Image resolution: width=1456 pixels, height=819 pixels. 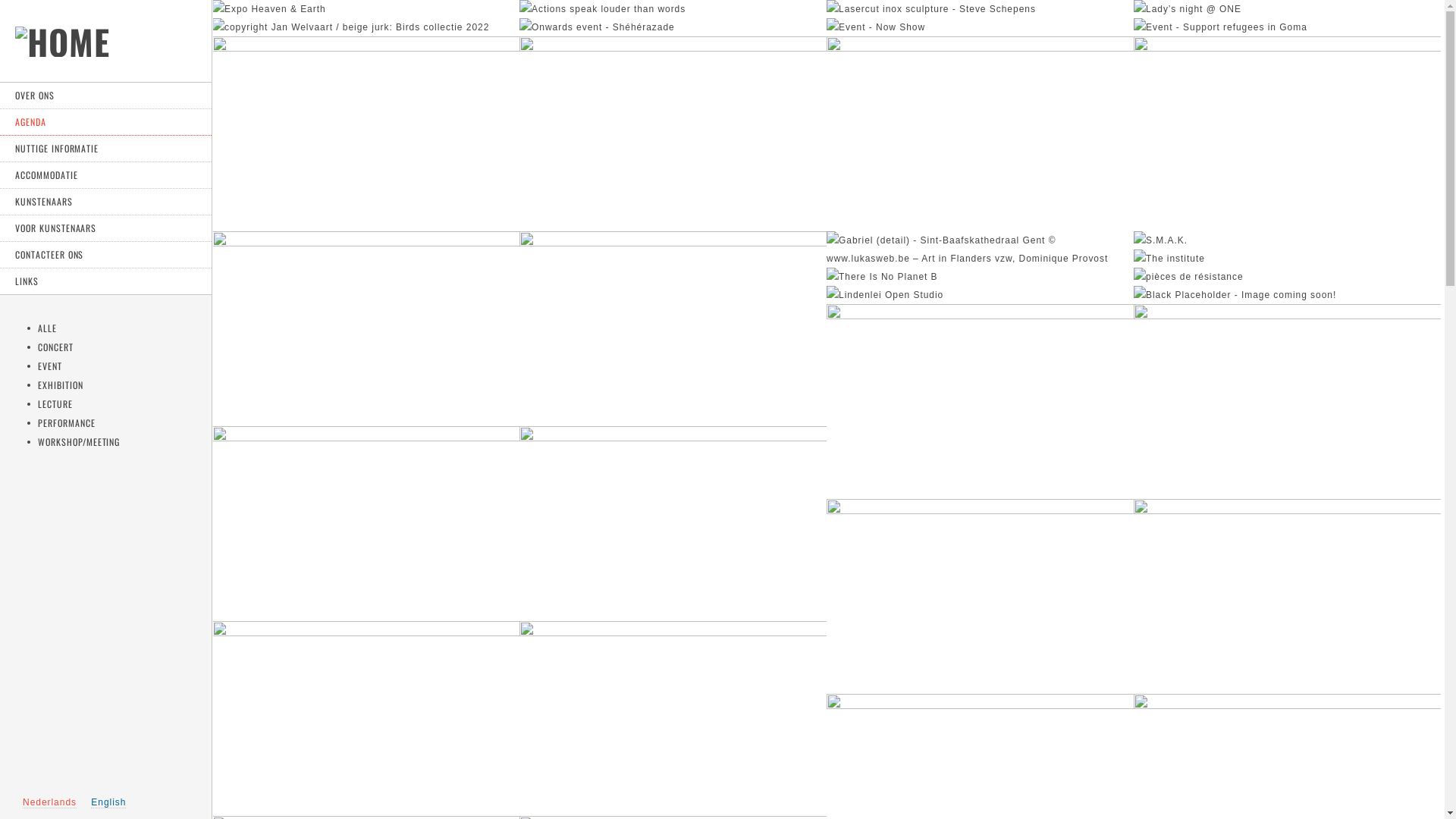 What do you see at coordinates (65, 422) in the screenshot?
I see `'PERFORMANCE'` at bounding box center [65, 422].